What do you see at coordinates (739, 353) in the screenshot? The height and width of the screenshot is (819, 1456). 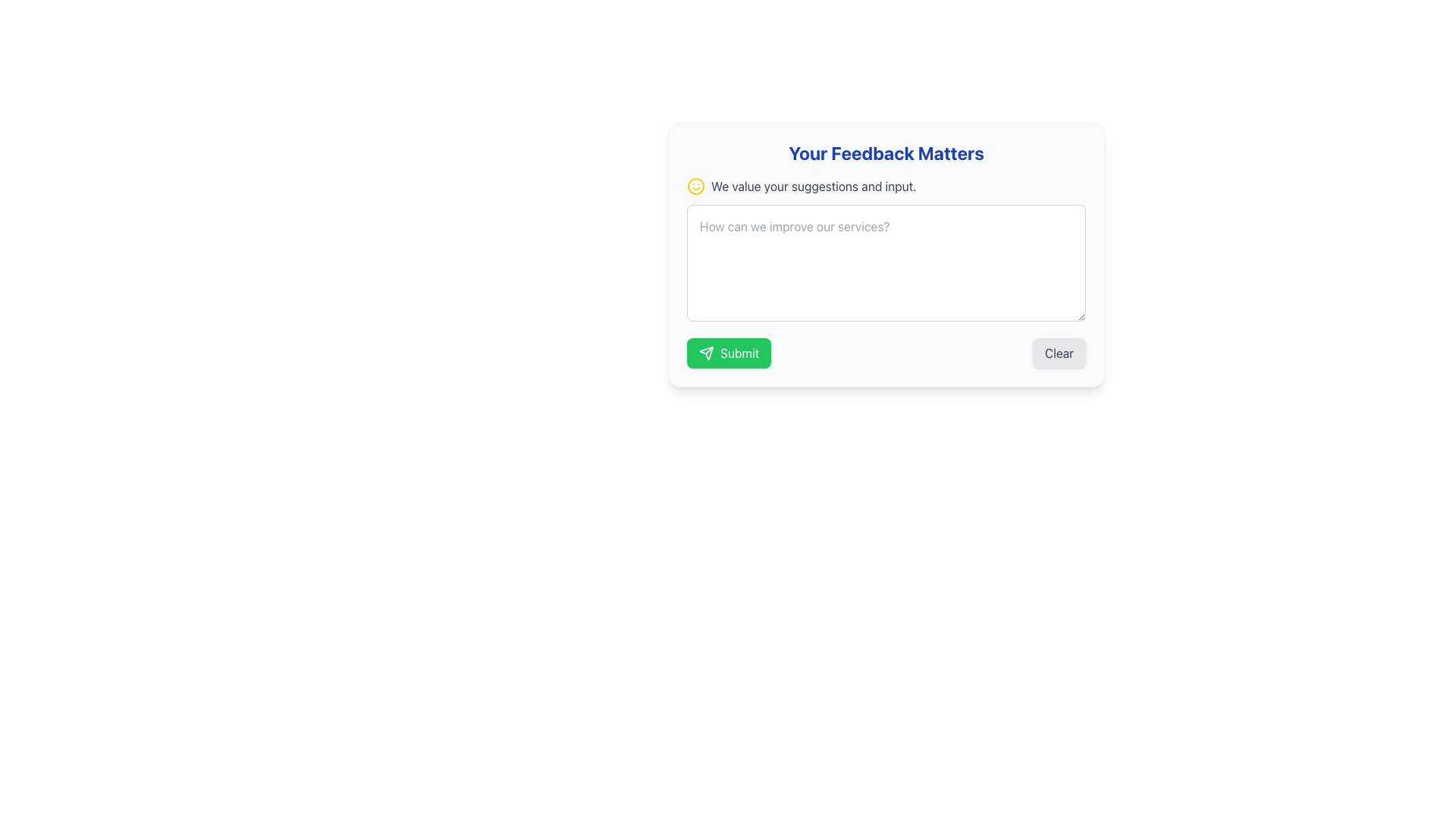 I see `the button labeled 'Submit' that contains the text 'Submit' to observe any hover effects` at bounding box center [739, 353].